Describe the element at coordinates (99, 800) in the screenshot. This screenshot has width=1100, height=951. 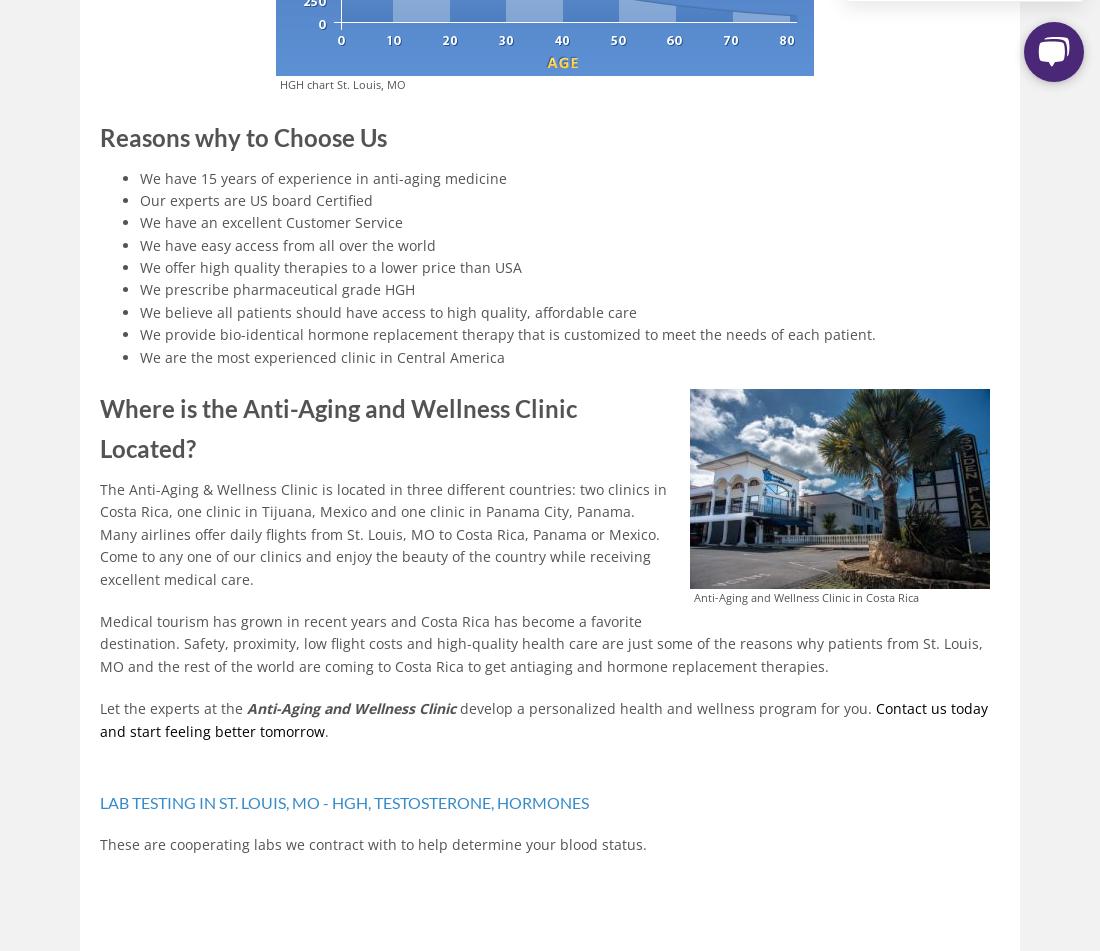
I see `'LAB TESTING IN St. Louis, MO - HGH, TESTOSTERONE, HORMONES'` at that location.